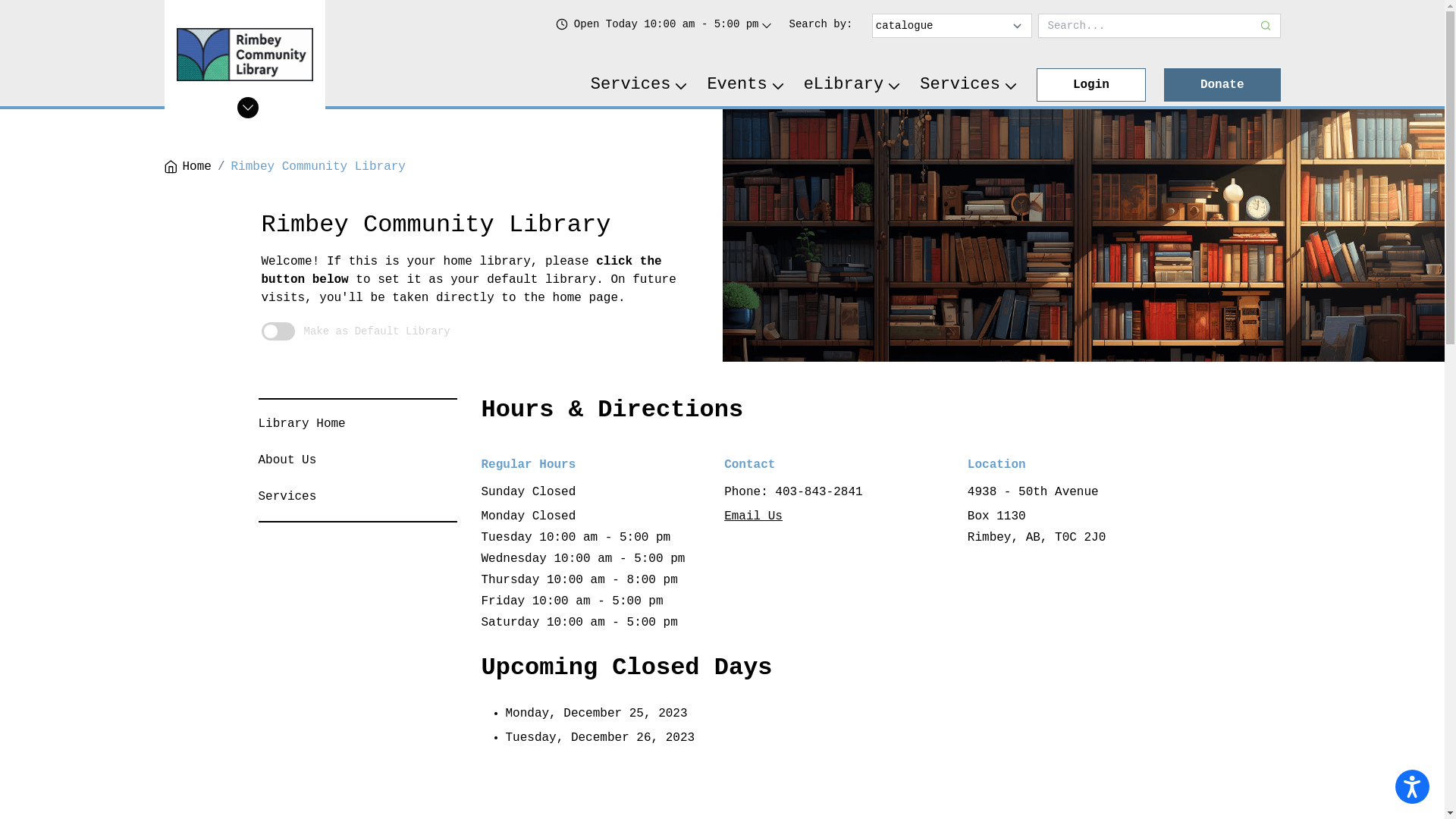 The height and width of the screenshot is (819, 1456). What do you see at coordinates (258, 497) in the screenshot?
I see `'Services'` at bounding box center [258, 497].